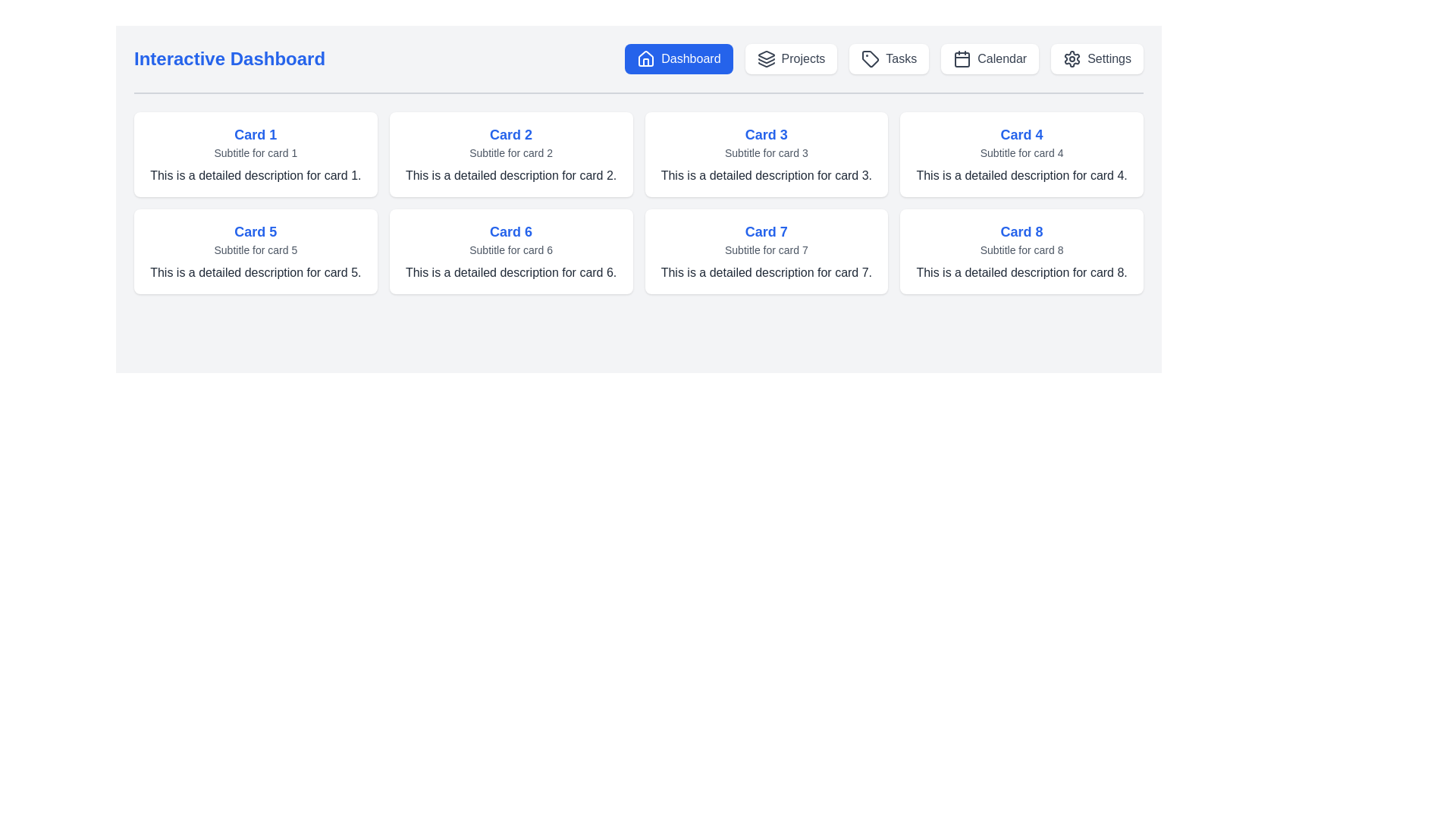  What do you see at coordinates (511, 249) in the screenshot?
I see `the text label reading 'Subtitle for card 6', which is positioned directly beneath the 'Card 6' title within the card layout` at bounding box center [511, 249].